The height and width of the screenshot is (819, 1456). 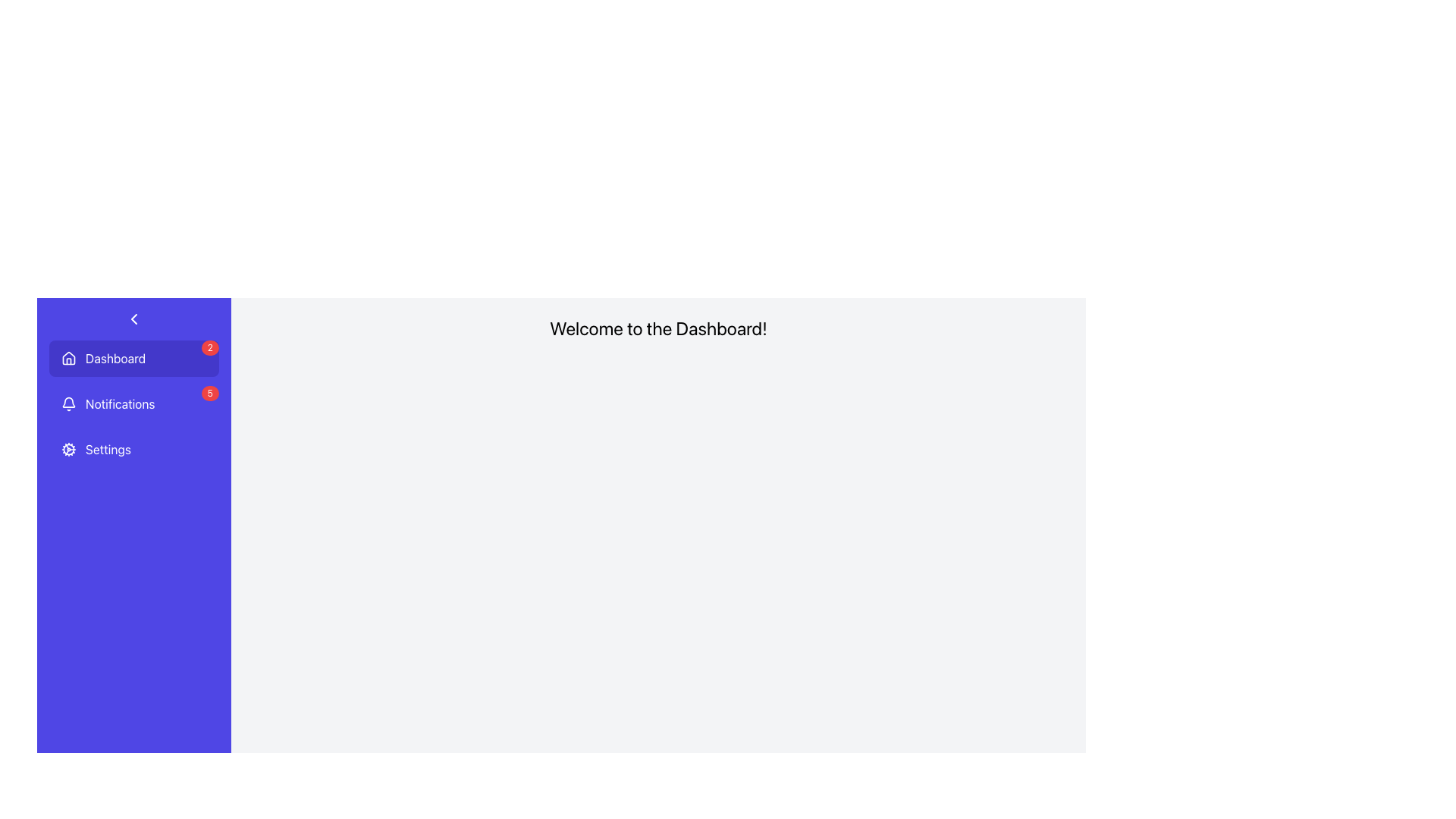 I want to click on the Notifications navigation button located in the second position of the vertical menu list on the left sidebar, so click(x=119, y=403).